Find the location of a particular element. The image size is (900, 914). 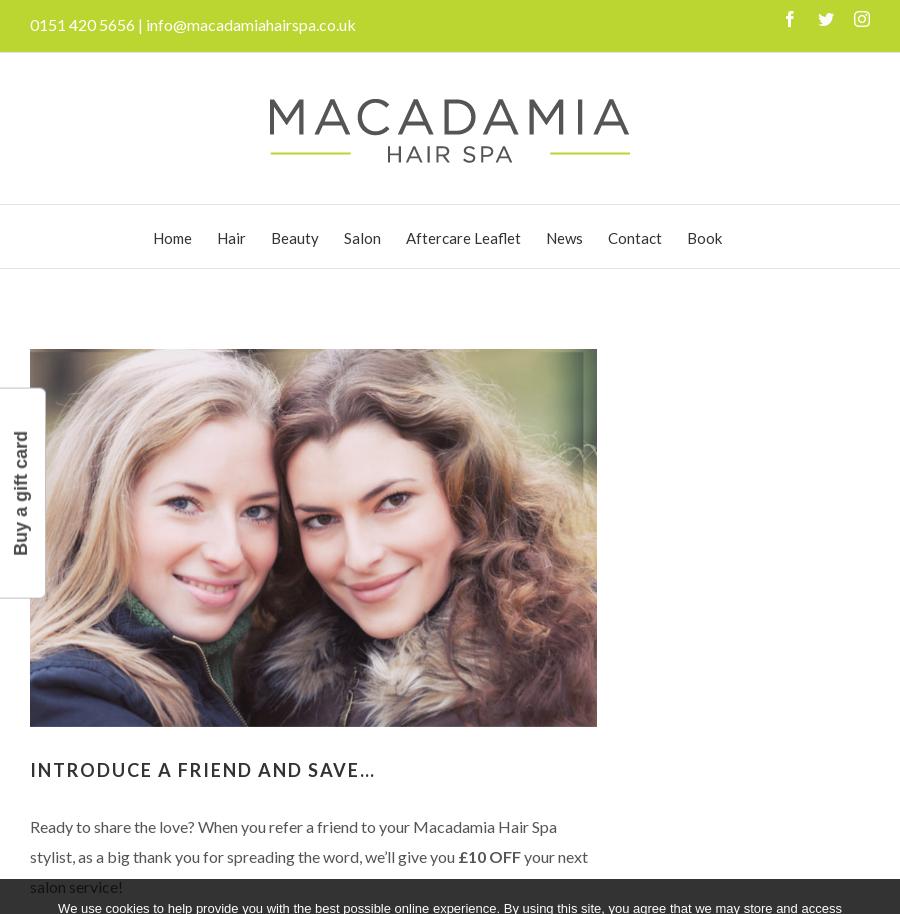

'Salon' is located at coordinates (362, 236).